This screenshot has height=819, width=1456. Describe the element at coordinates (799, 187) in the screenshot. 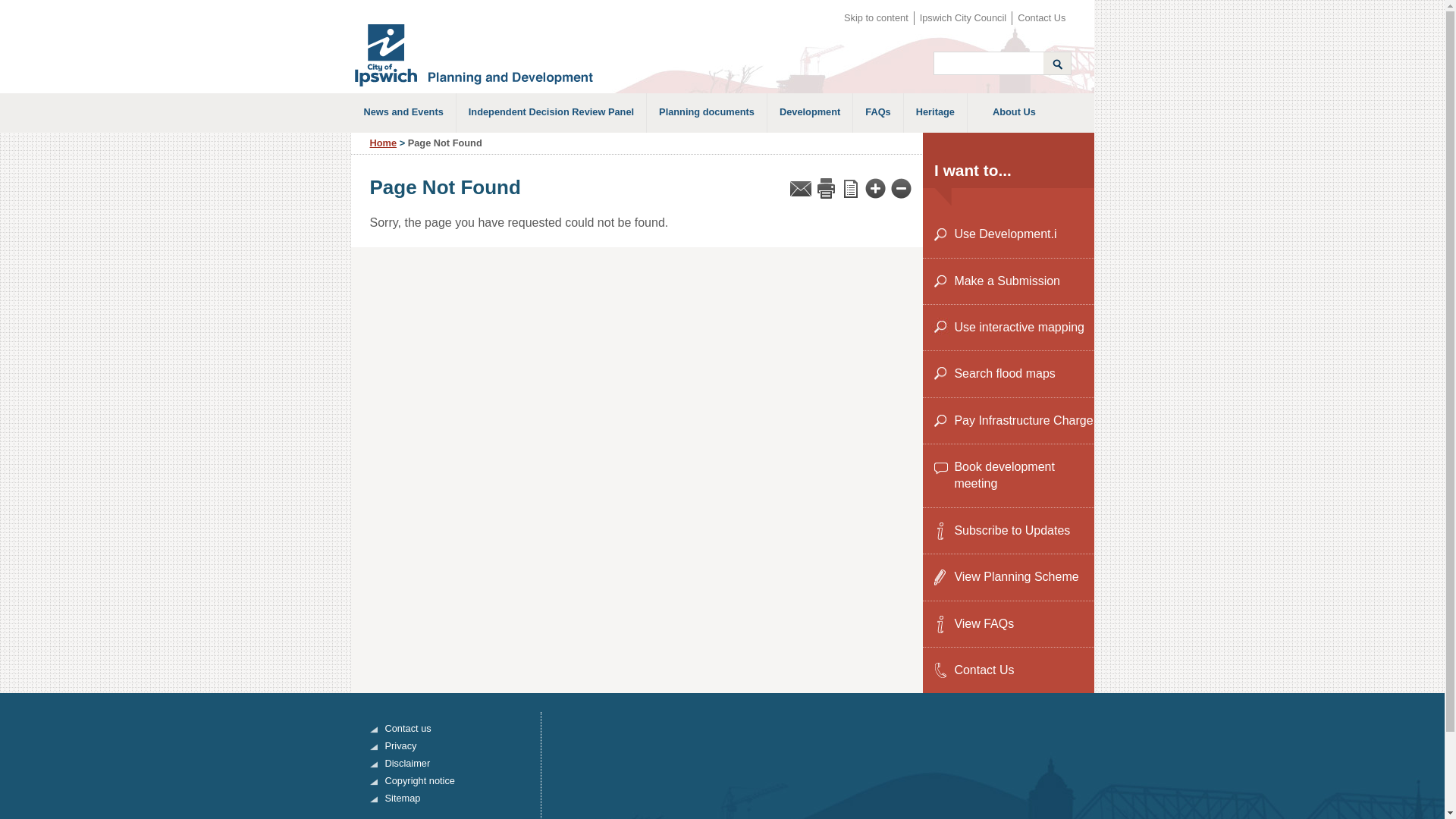

I see `'Email'` at that location.